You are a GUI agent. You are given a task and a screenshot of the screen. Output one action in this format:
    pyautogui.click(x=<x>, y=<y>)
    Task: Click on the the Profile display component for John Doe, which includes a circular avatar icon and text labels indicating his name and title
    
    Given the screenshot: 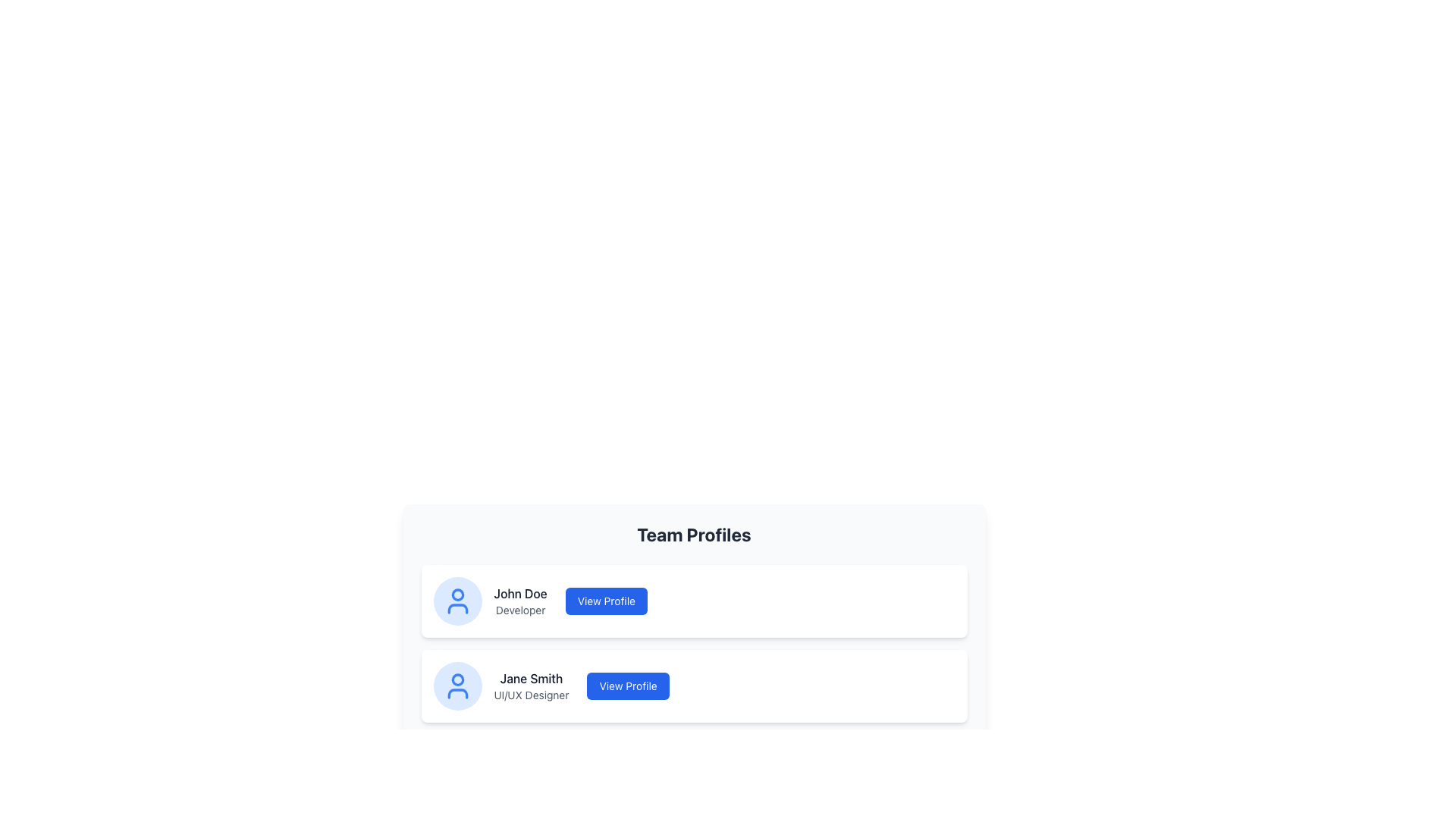 What is the action you would take?
    pyautogui.click(x=490, y=601)
    